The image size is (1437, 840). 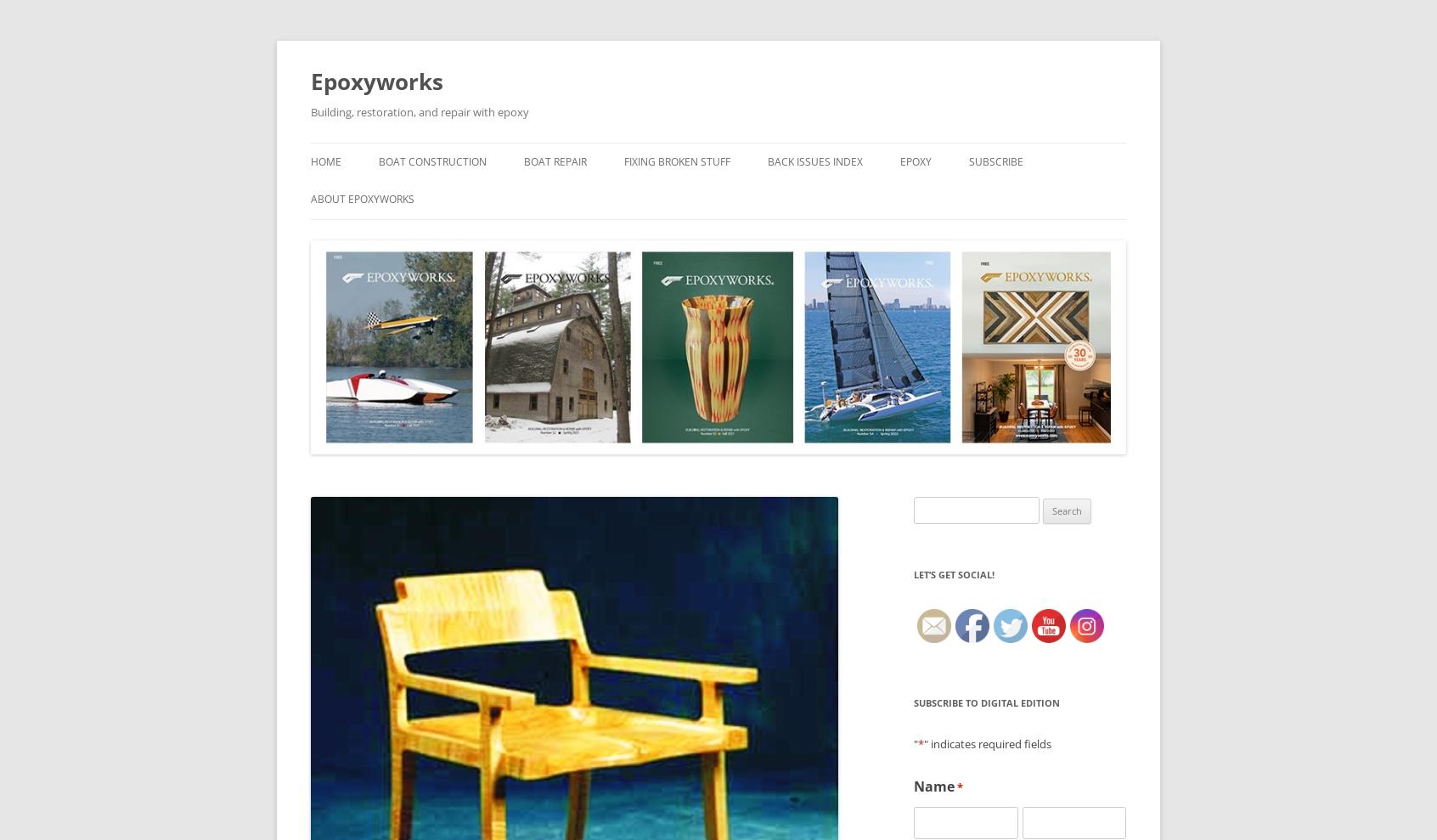 I want to click on 'Boat Repair', so click(x=555, y=161).